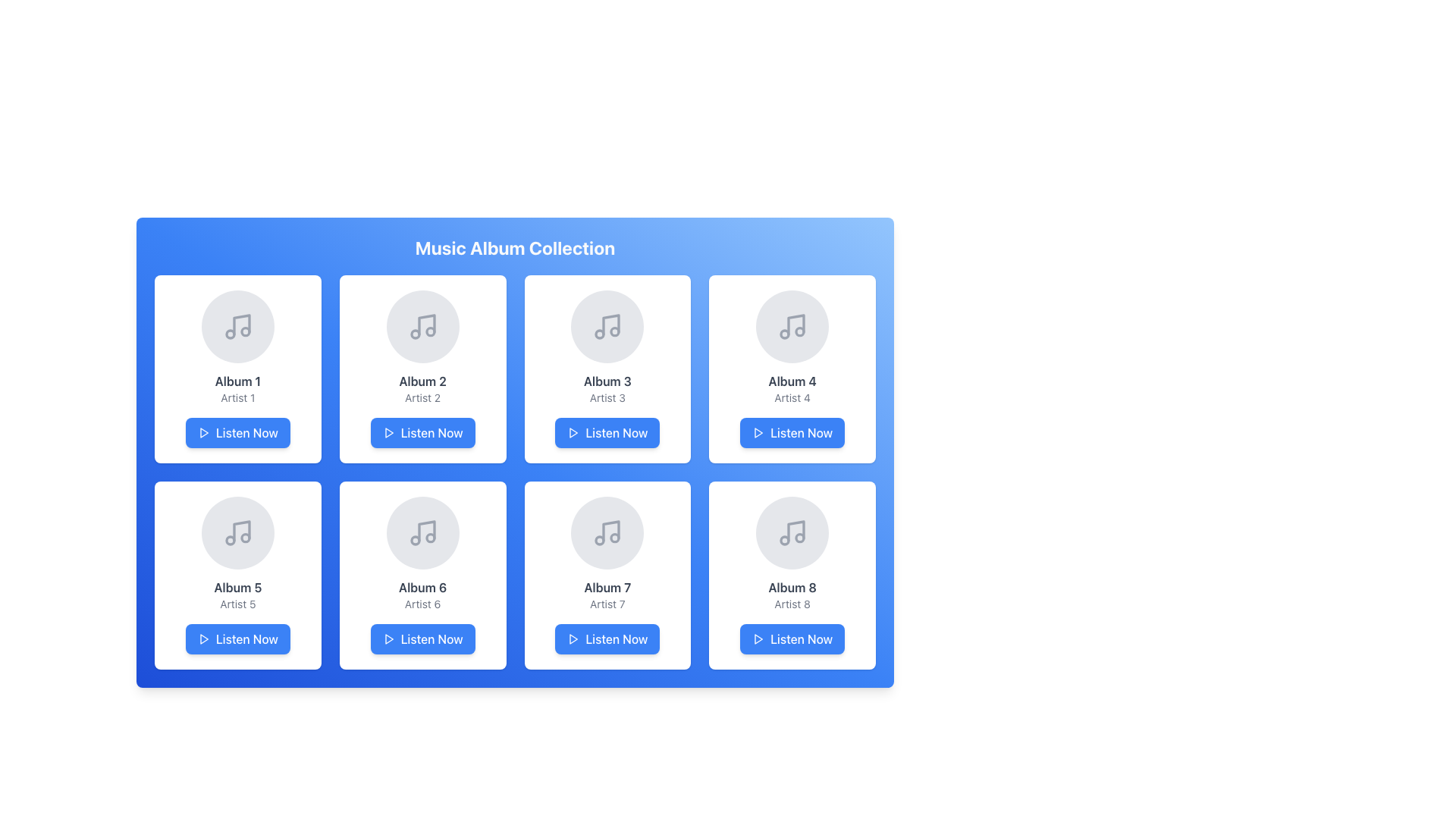  What do you see at coordinates (607, 326) in the screenshot?
I see `the circular music icon with a gray background located at the top-center section of the card for 'Album 3' and 'Artist 3'` at bounding box center [607, 326].